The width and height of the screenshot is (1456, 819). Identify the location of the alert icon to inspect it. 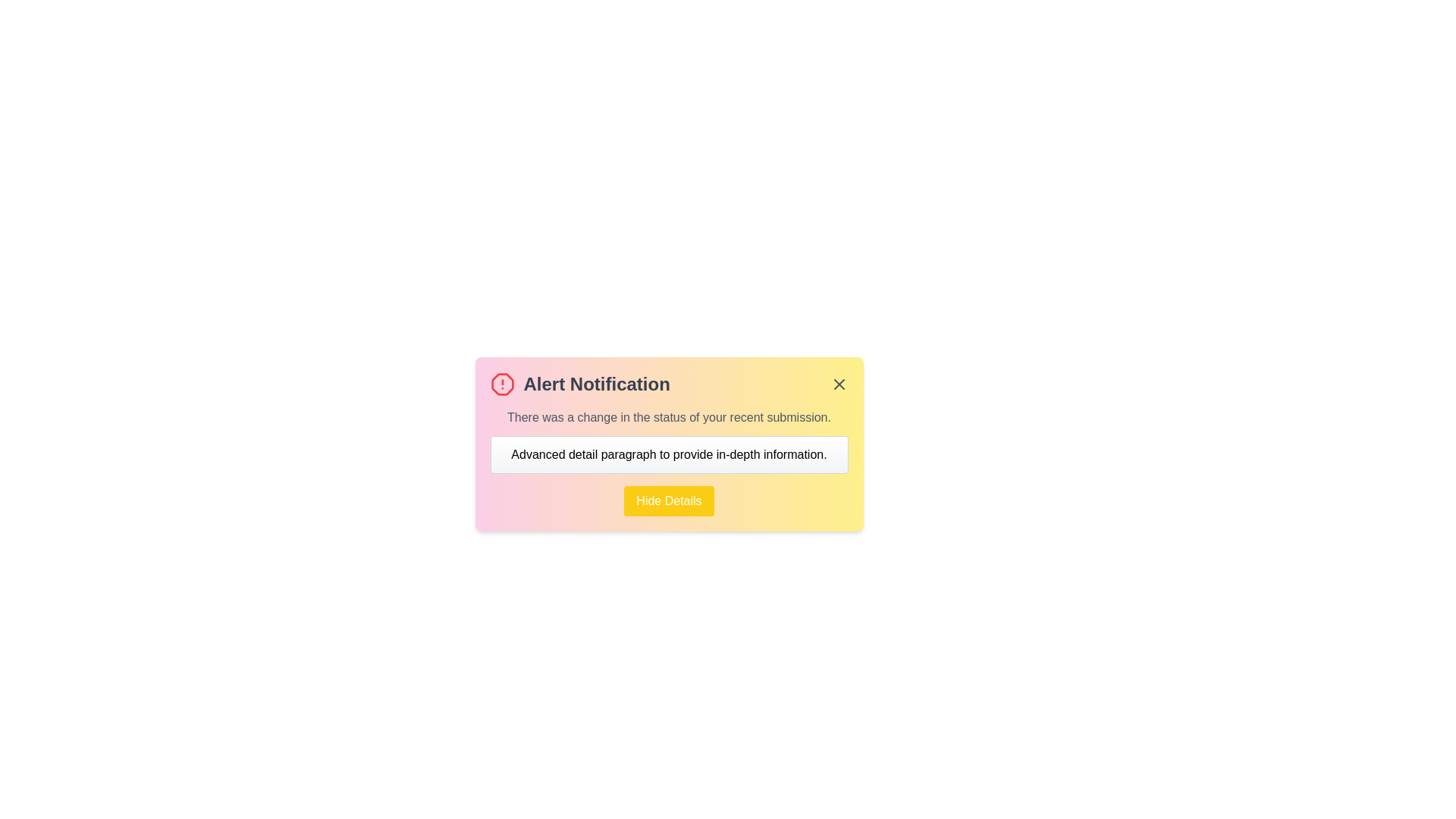
(502, 383).